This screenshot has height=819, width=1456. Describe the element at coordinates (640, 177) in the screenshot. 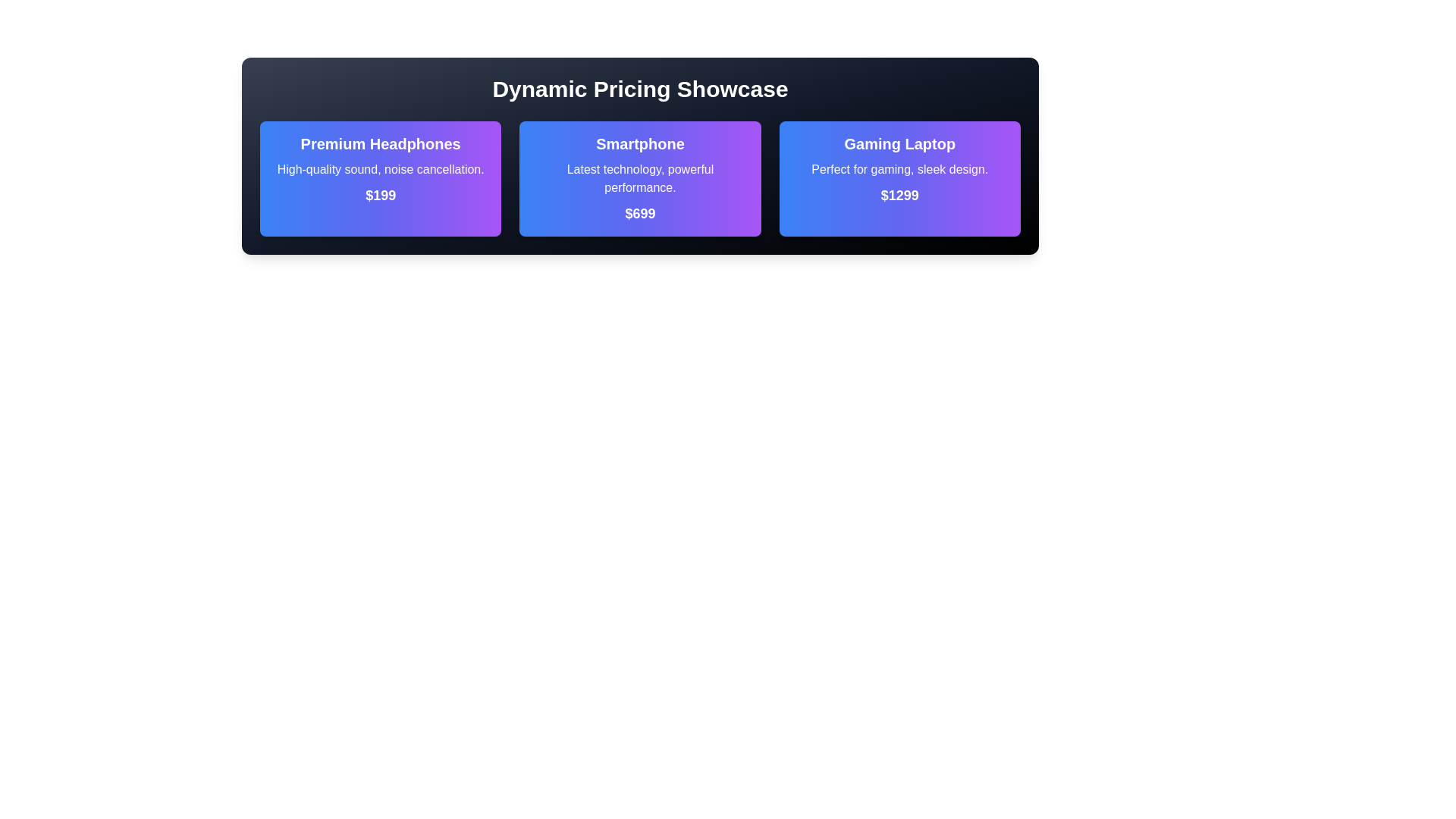

I see `the text area that displays 'Latest technology, powerful performance.' which is center-aligned in white color on a gradient background, located under the 'Smartphone' header and above the '$699' price` at that location.